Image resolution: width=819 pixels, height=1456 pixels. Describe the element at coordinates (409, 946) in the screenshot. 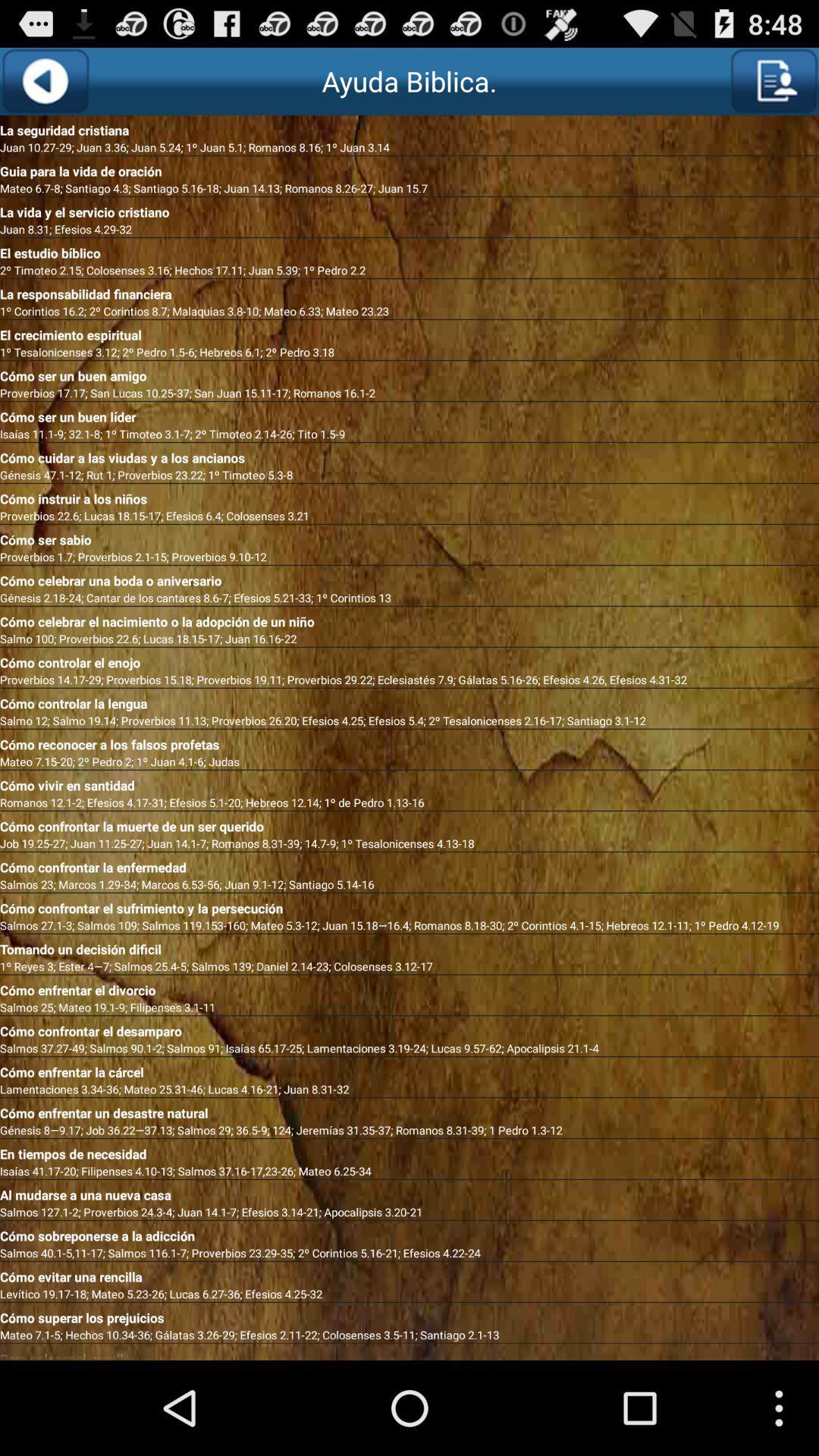

I see `the icon below the salmos 27 1` at that location.